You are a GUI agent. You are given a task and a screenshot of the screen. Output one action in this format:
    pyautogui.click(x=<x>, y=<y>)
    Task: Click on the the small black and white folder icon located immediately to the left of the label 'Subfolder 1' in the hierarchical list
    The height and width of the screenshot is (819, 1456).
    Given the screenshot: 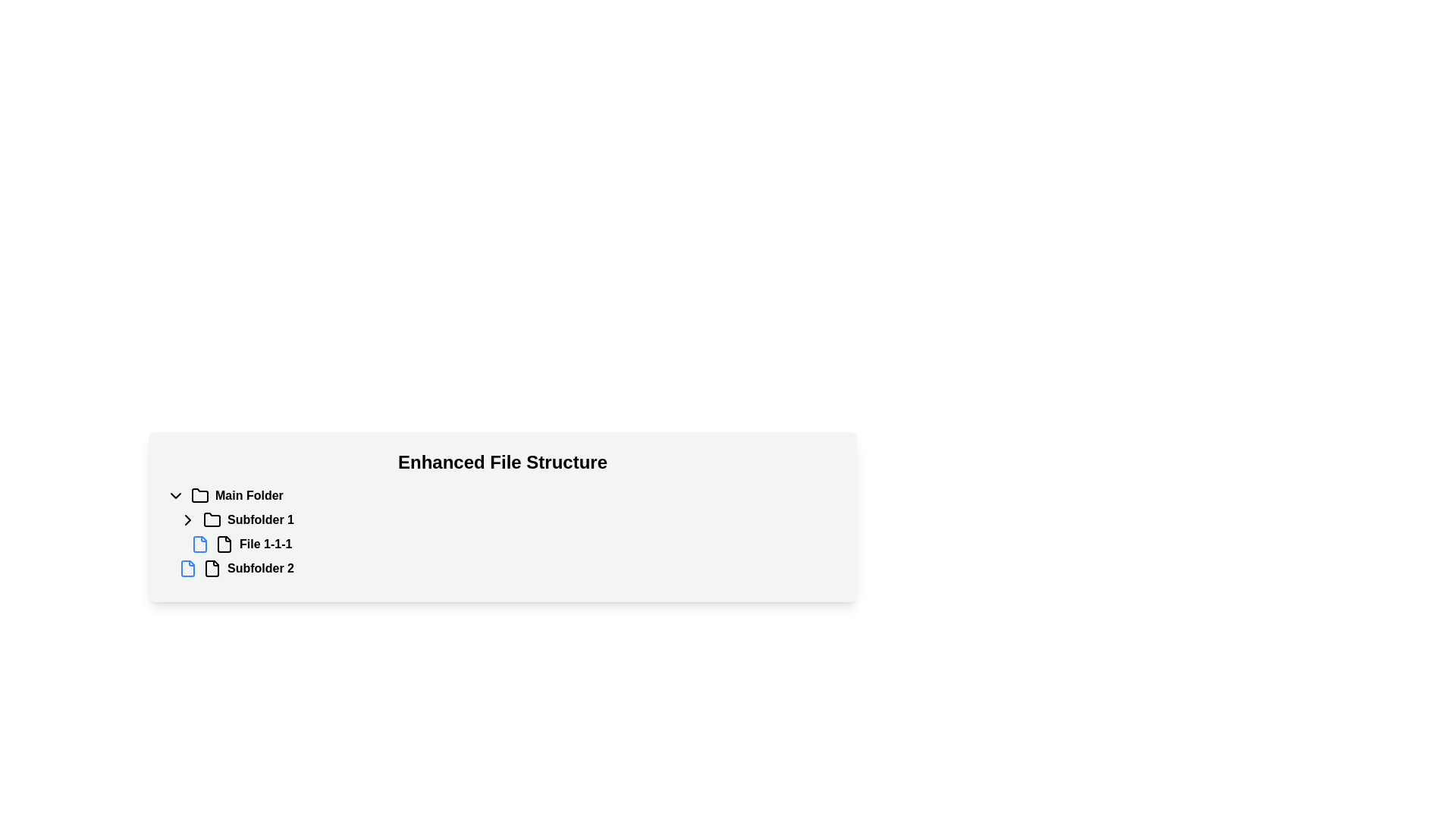 What is the action you would take?
    pyautogui.click(x=211, y=519)
    